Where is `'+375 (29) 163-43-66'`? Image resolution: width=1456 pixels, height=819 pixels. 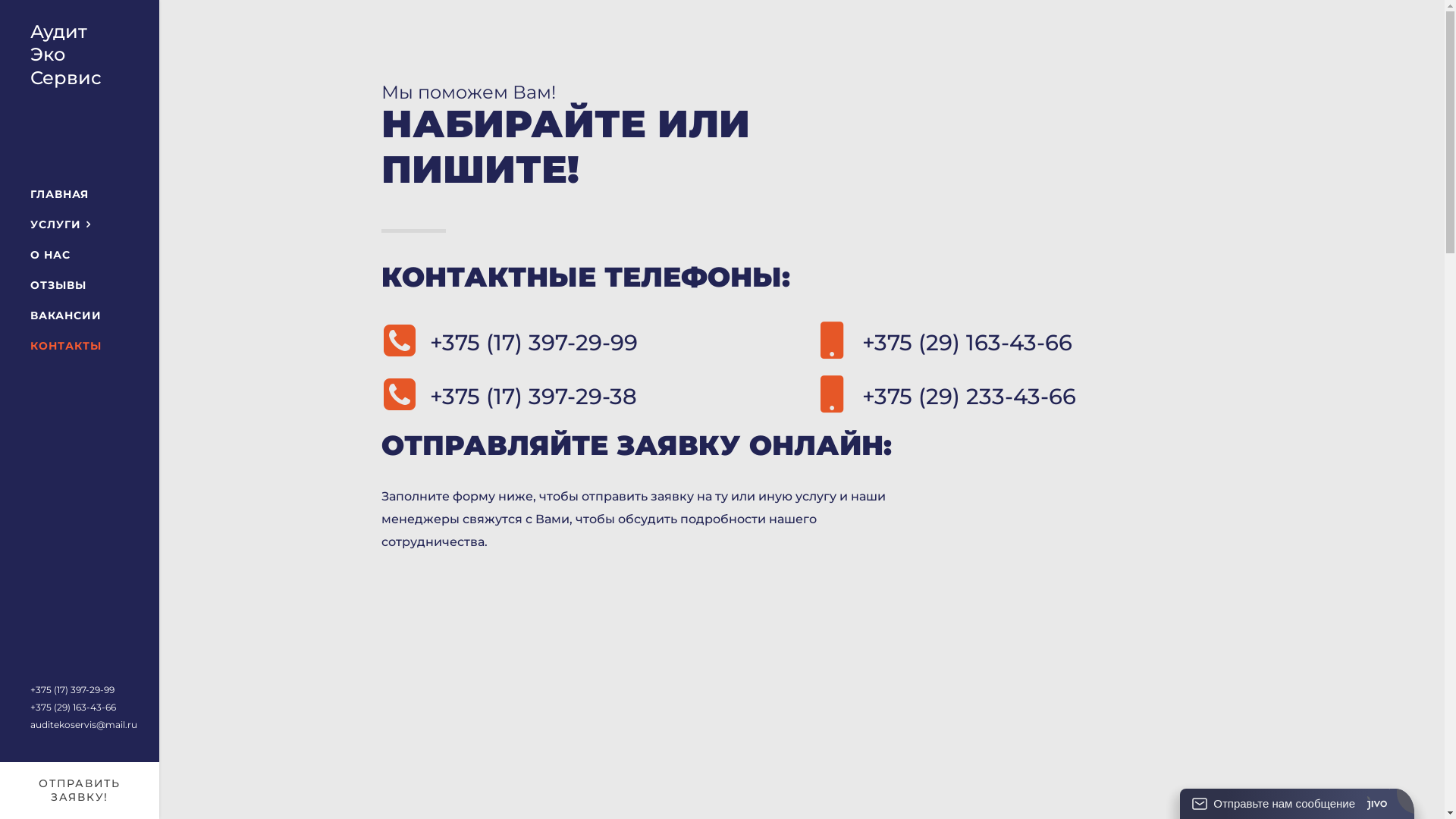
'+375 (29) 163-43-66' is located at coordinates (72, 707).